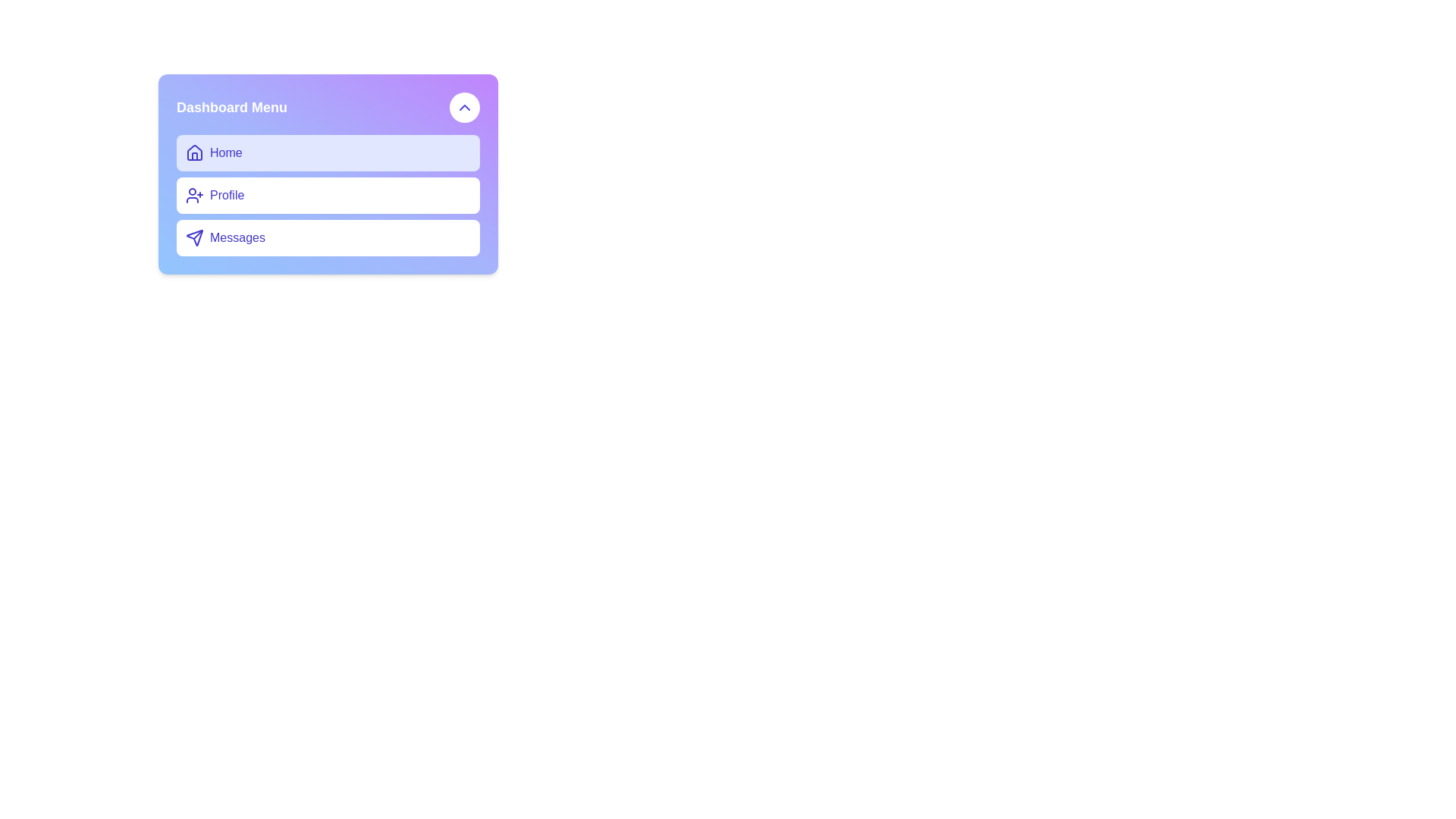 The height and width of the screenshot is (819, 1456). I want to click on the icon that signifies sending messages, located to the left of the 'Messages' text label in the vertical menu structure, so click(194, 237).